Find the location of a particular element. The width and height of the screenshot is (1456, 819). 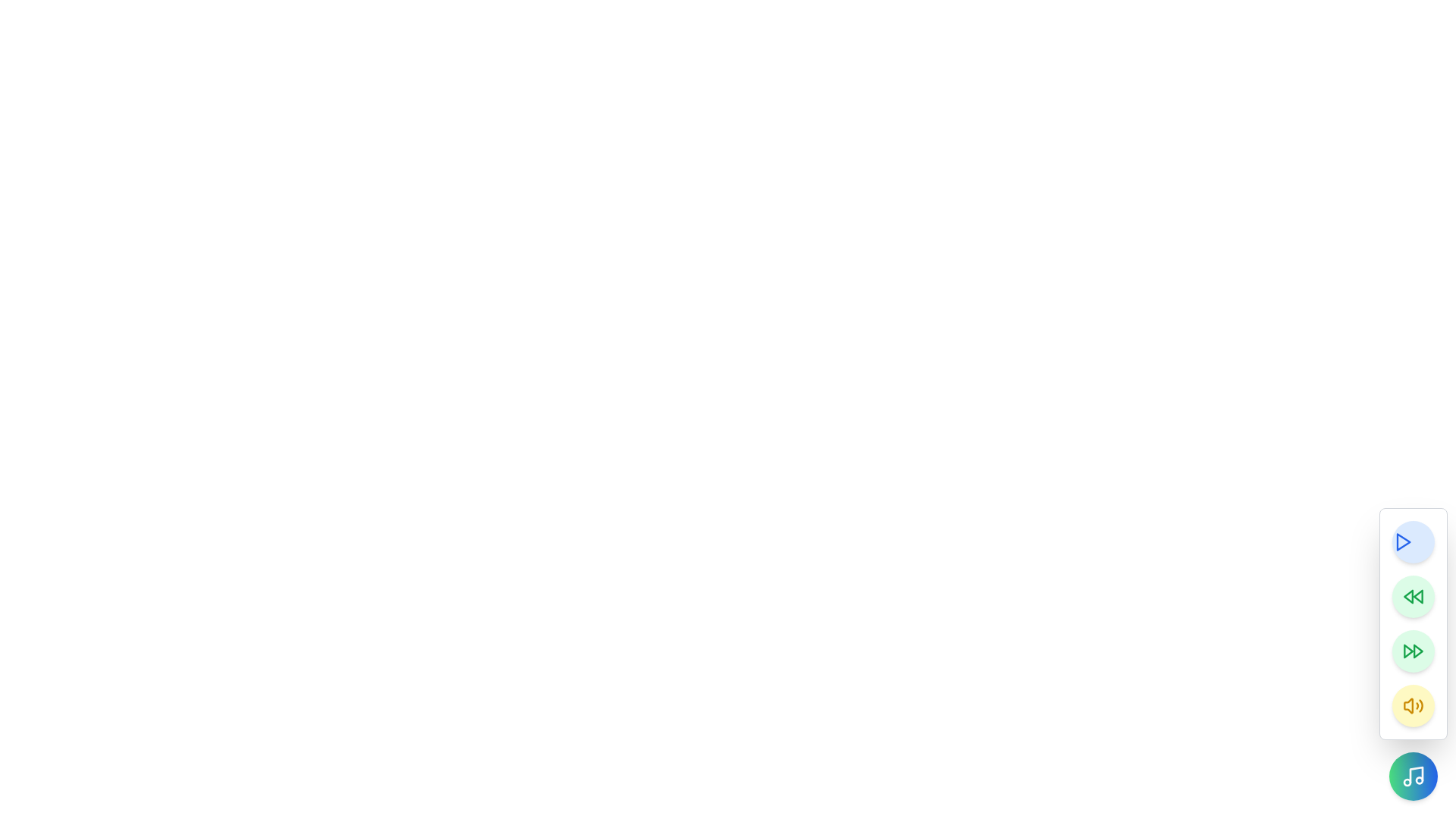

the audio control button located at the bottom-right corner of the interface to adjust the volume is located at coordinates (1412, 705).